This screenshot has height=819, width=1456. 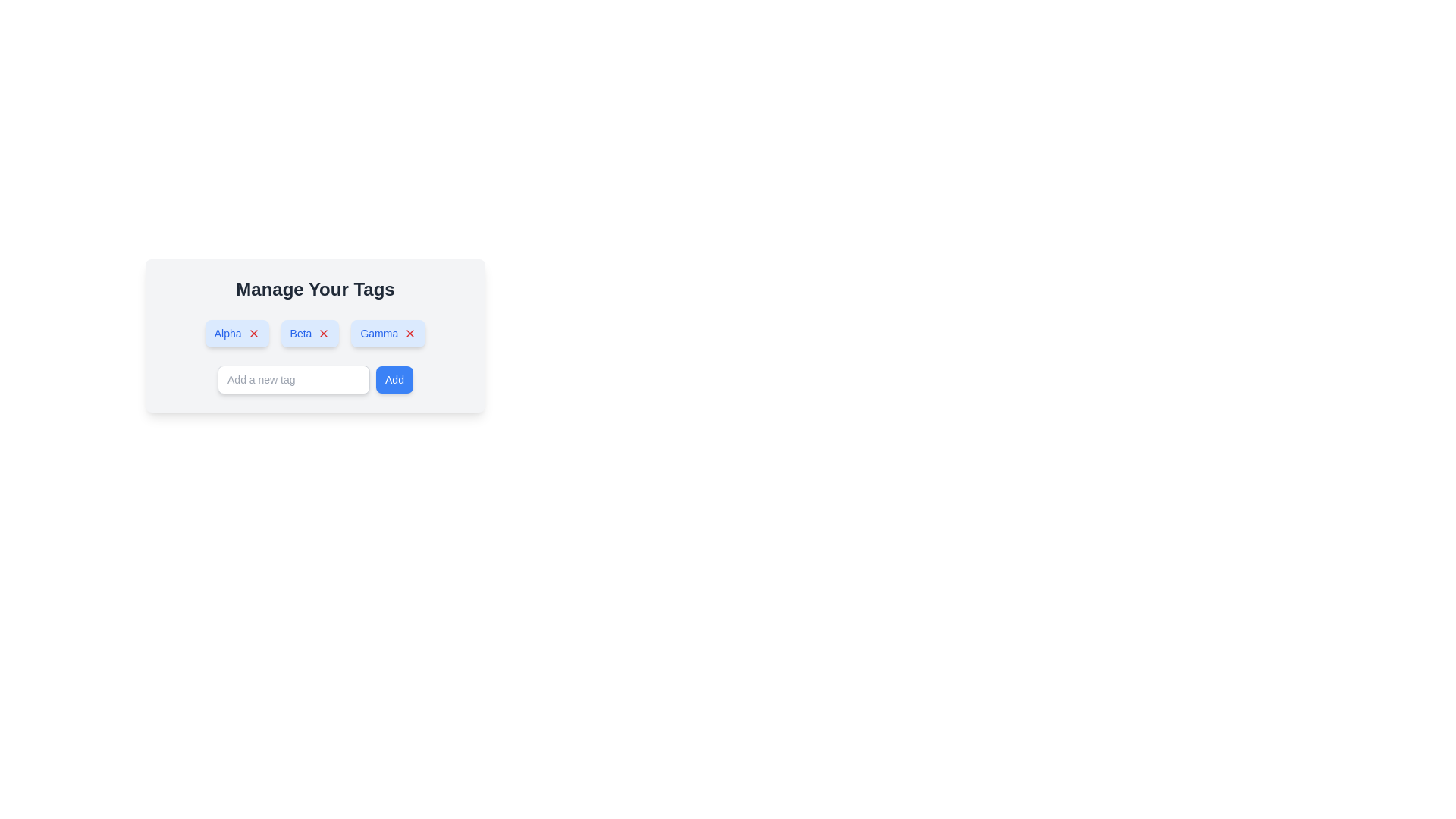 I want to click on the deletion button for the 'Beta' tag, so click(x=323, y=332).